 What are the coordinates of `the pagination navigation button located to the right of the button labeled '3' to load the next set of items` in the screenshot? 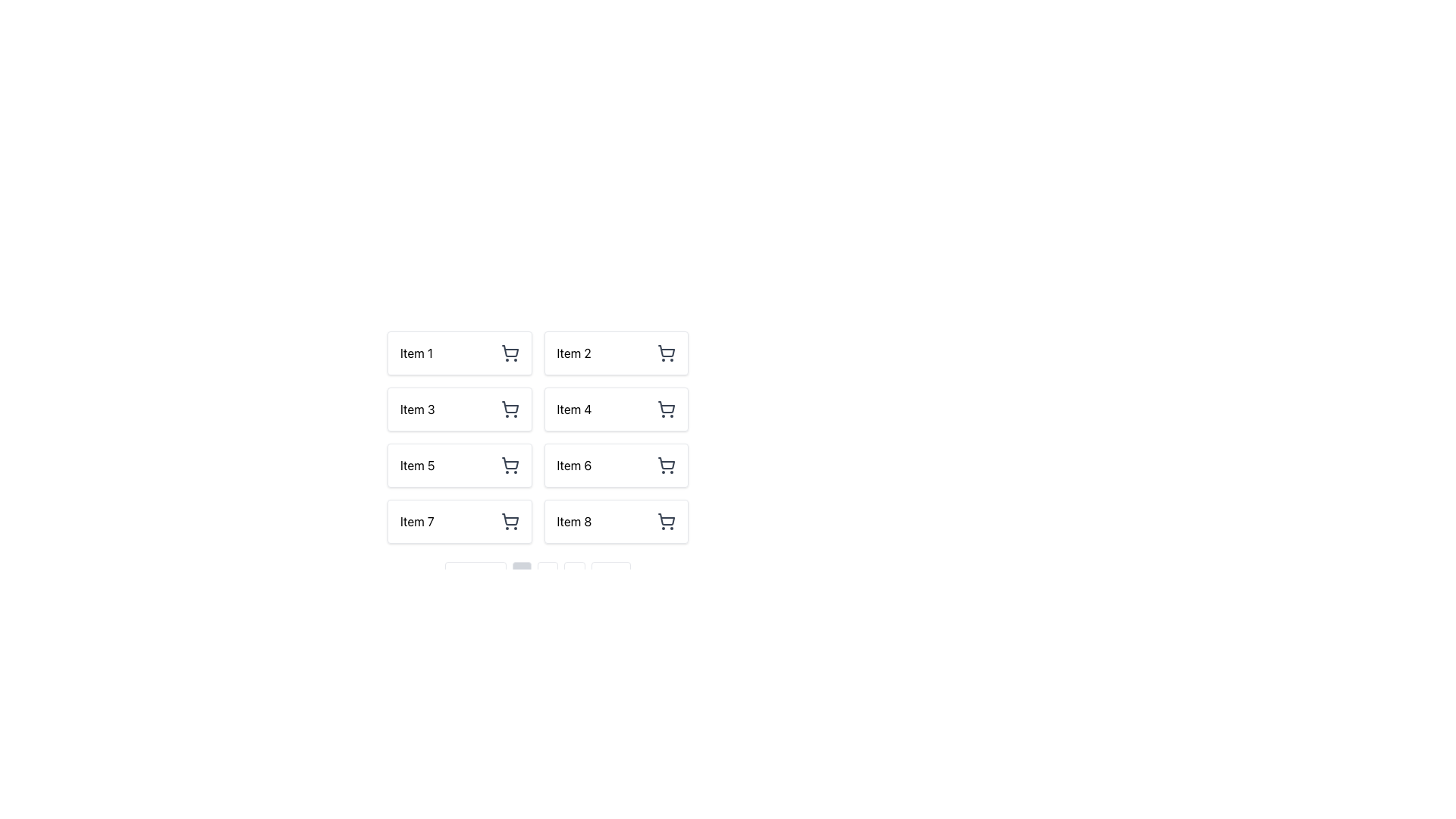 It's located at (610, 578).